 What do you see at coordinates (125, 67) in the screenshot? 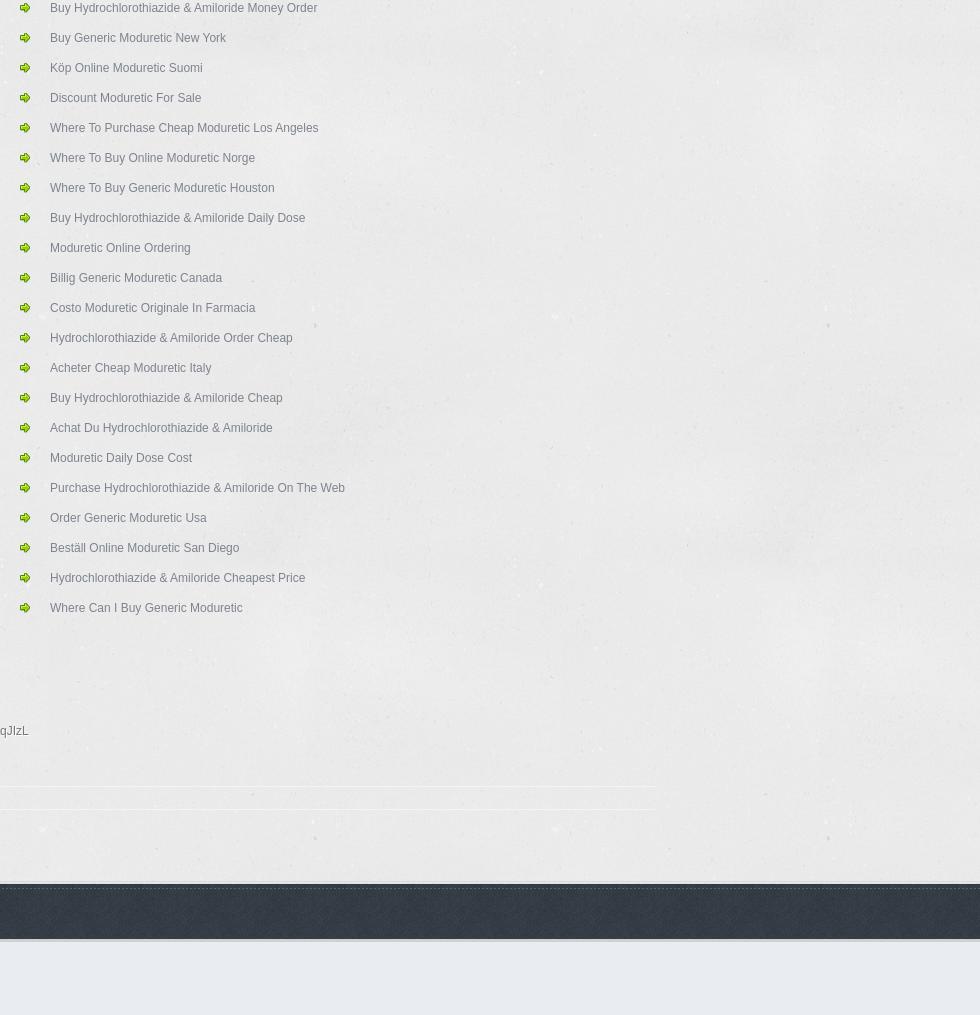
I see `'Köp Online Moduretic Suomi'` at bounding box center [125, 67].